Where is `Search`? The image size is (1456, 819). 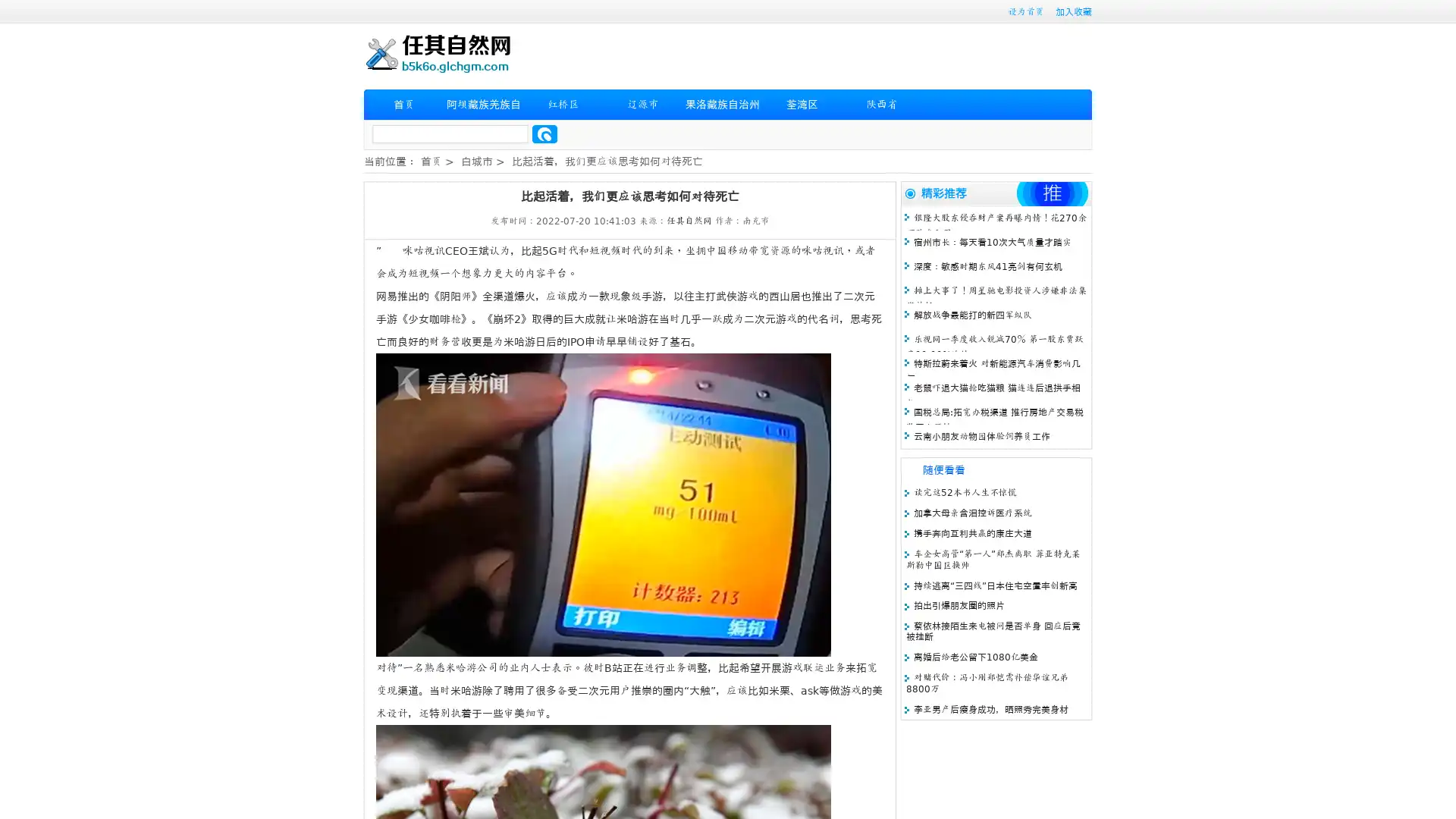 Search is located at coordinates (544, 133).